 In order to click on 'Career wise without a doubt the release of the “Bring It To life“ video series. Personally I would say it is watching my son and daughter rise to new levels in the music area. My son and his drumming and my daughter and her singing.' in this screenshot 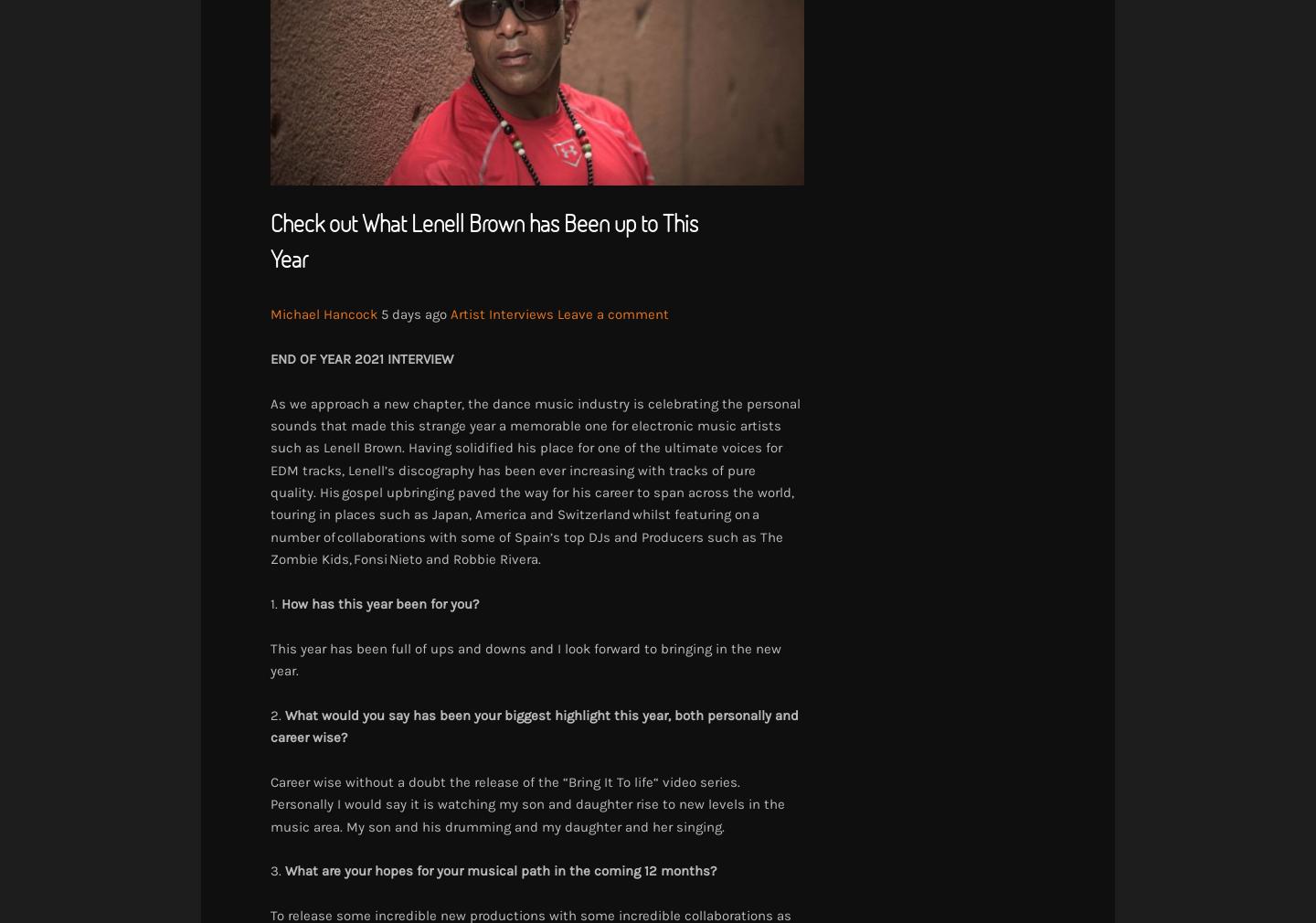, I will do `click(527, 803)`.